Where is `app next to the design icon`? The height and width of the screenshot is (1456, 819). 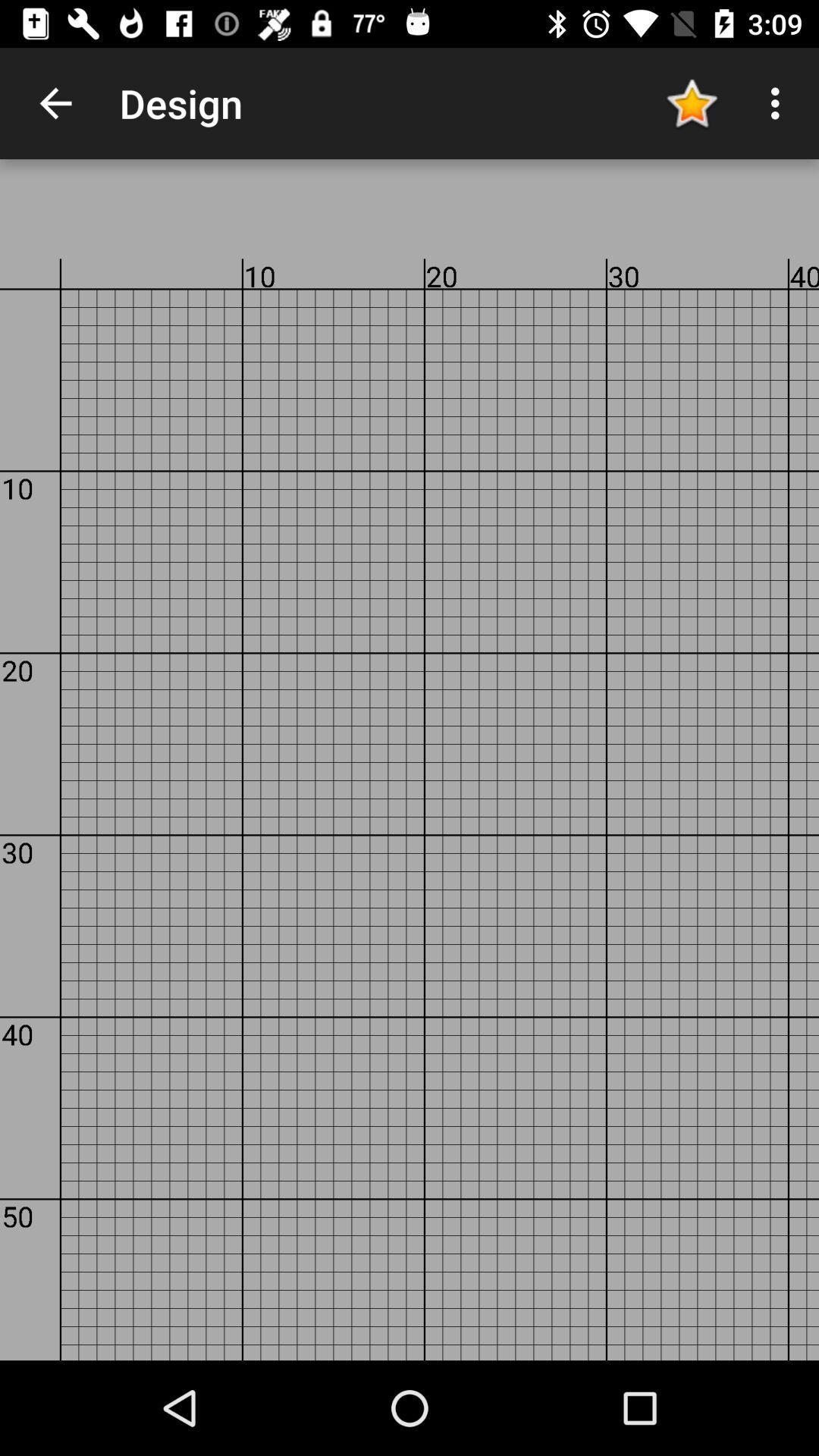 app next to the design icon is located at coordinates (691, 102).